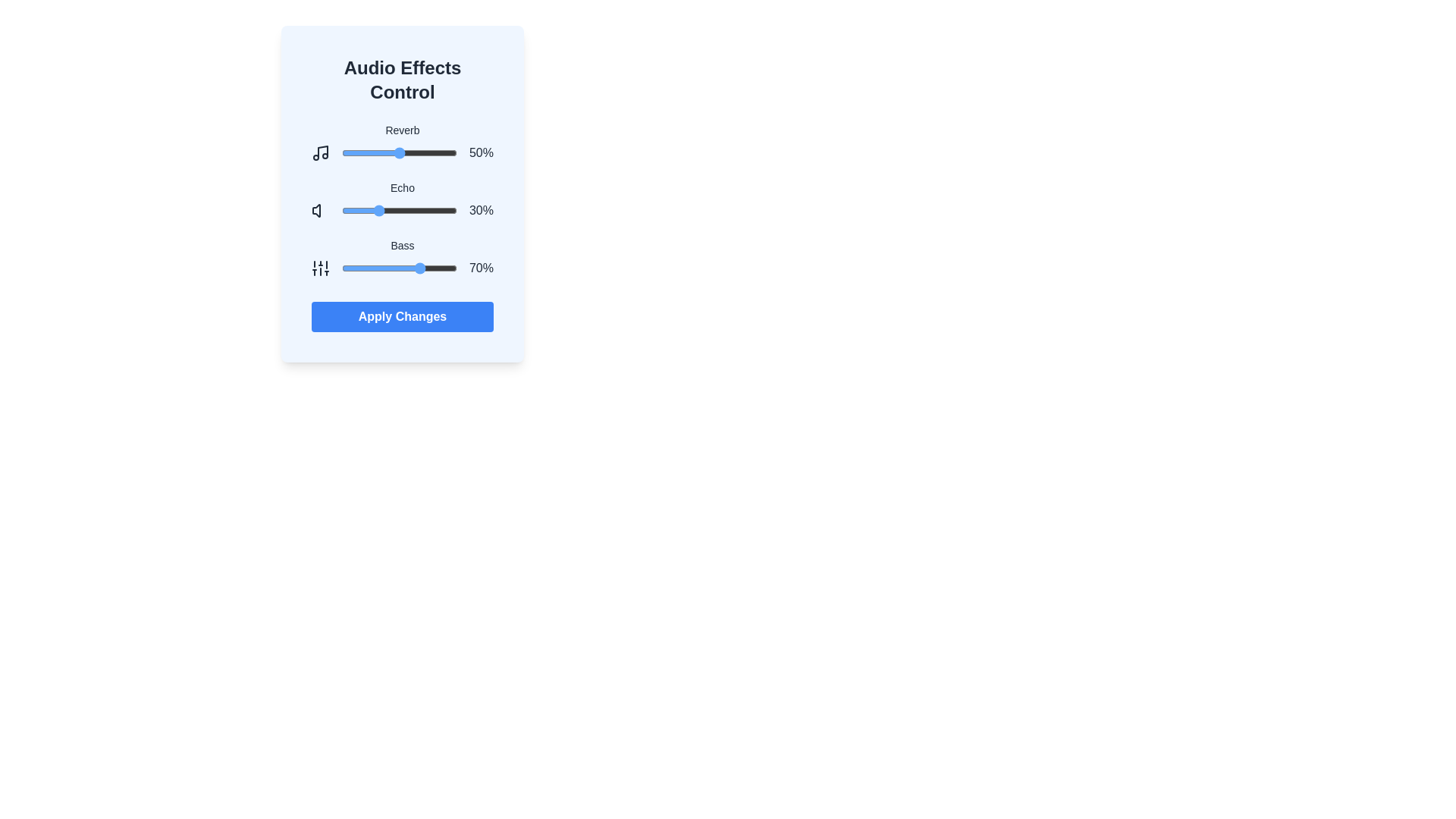  I want to click on the reverb effect, so click(369, 152).